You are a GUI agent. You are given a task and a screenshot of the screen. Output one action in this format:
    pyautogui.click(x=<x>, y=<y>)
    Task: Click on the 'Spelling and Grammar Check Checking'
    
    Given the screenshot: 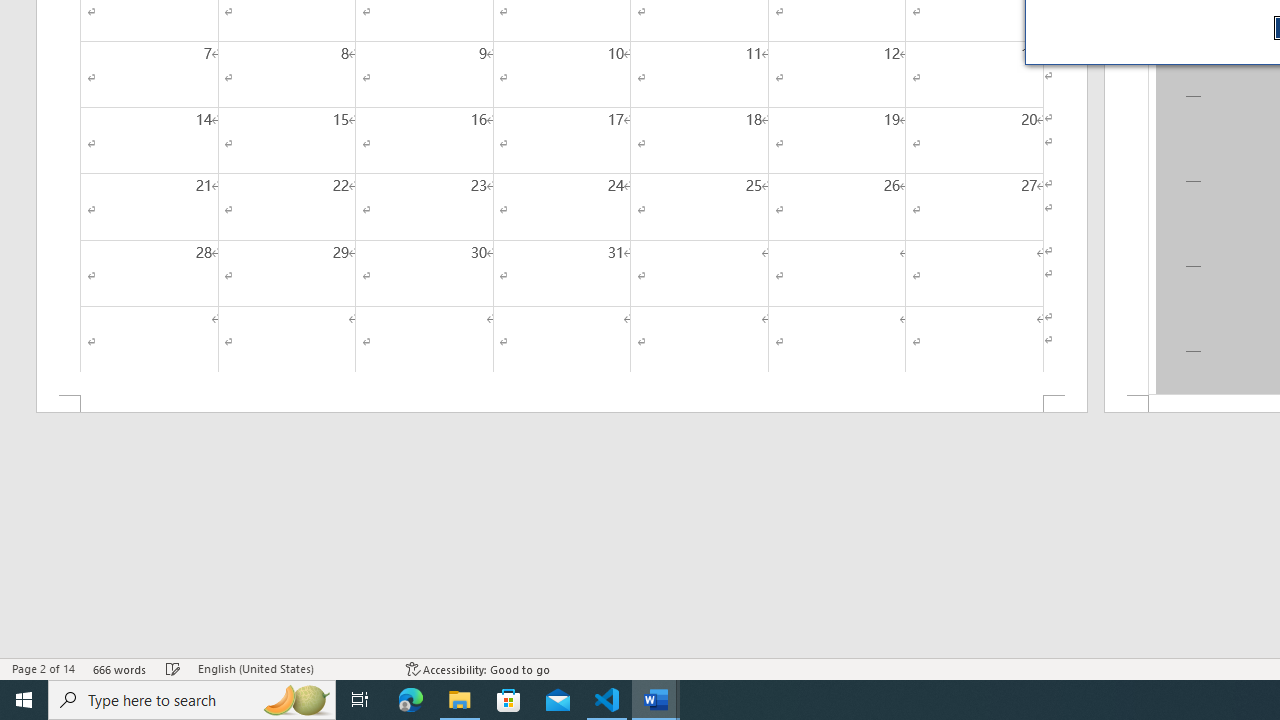 What is the action you would take?
    pyautogui.click(x=173, y=669)
    